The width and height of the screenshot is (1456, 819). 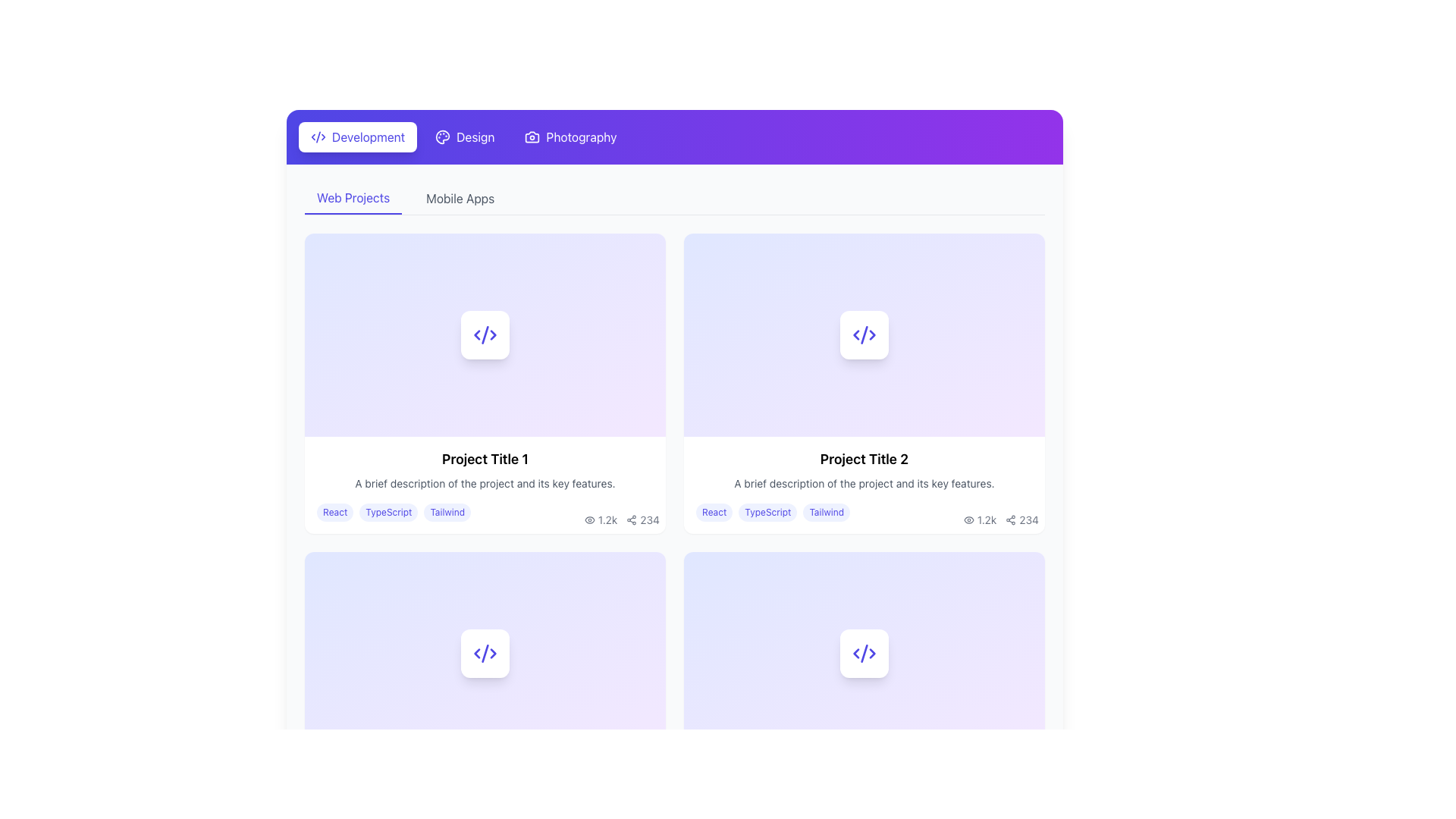 I want to click on the rightward arrow within the coding semantics graphical icon on the project display card titled 'Project Title 1', so click(x=493, y=334).